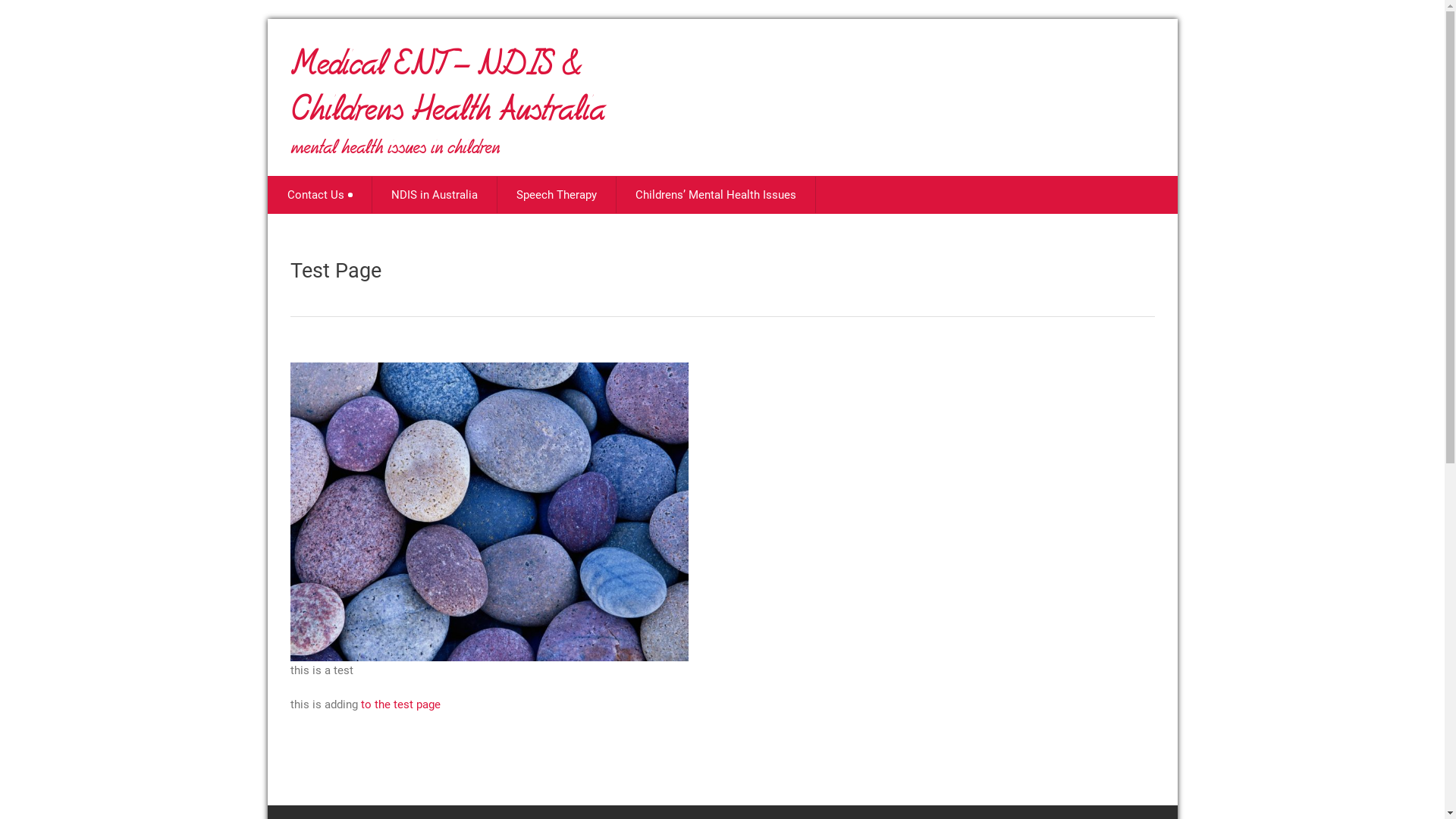 The height and width of the screenshot is (819, 1456). I want to click on 'NDIS in Australia', so click(433, 194).